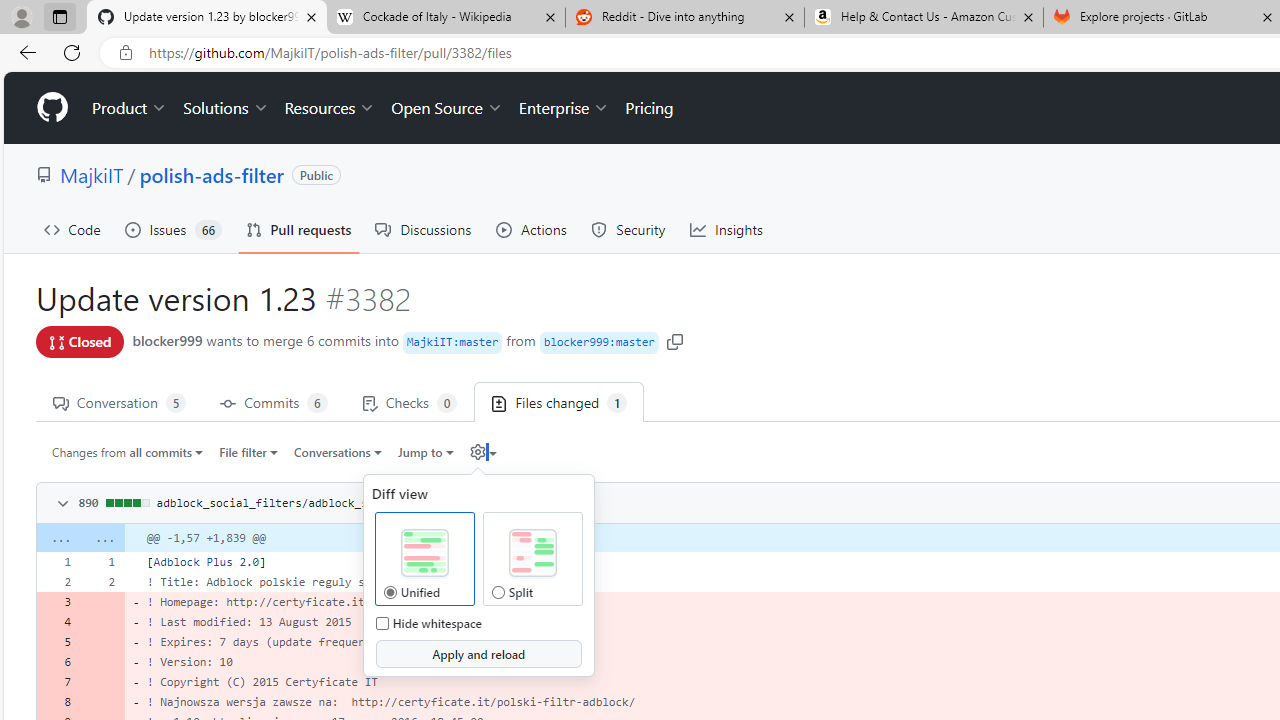 The height and width of the screenshot is (720, 1280). Describe the element at coordinates (445, 108) in the screenshot. I see `'Open Source'` at that location.